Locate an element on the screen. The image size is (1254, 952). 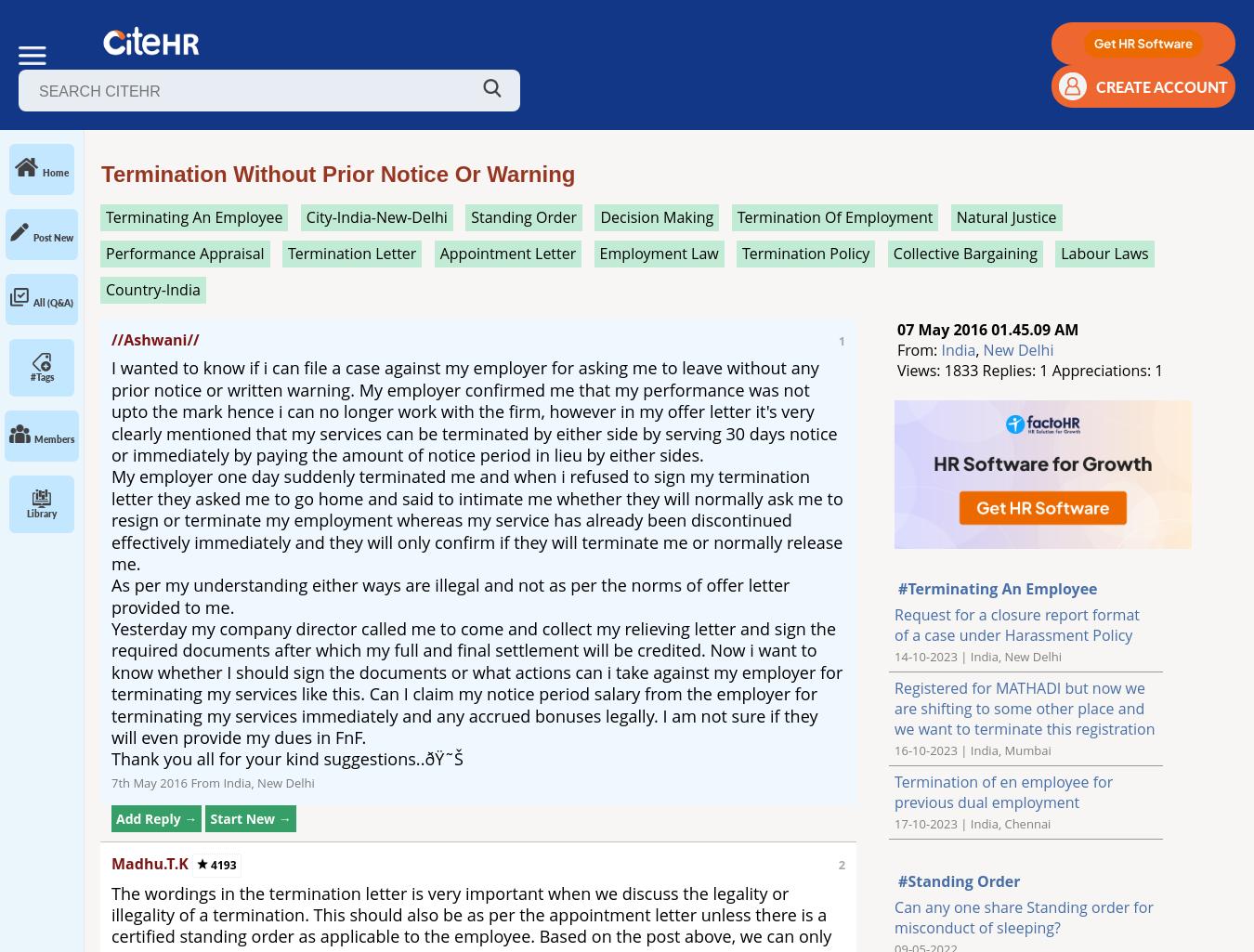
'7th May 2016' is located at coordinates (150, 782).